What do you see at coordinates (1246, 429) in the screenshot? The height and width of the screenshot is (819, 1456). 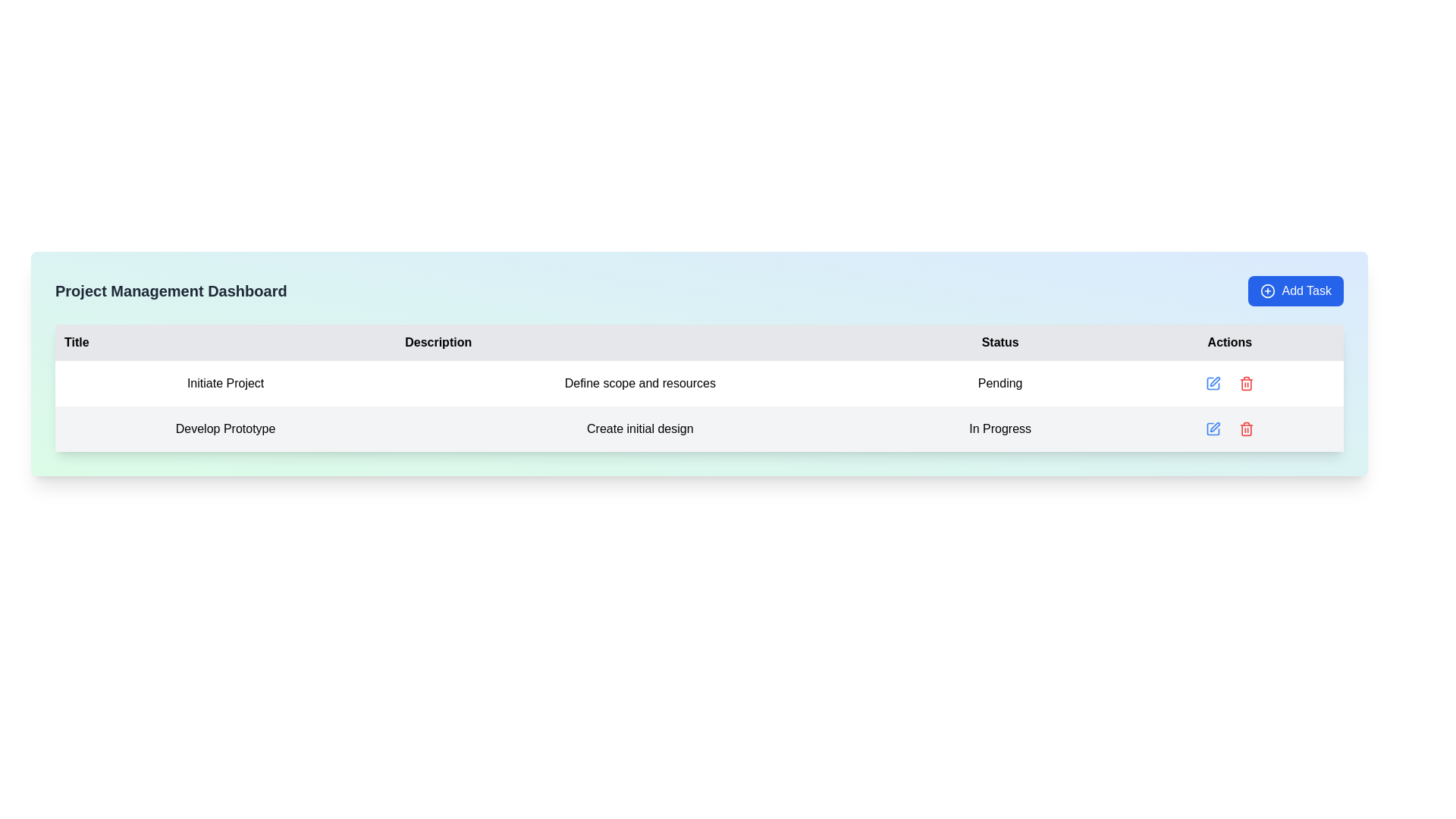 I see `the delete icon button located in the 'Actions' column of the second row in the table` at bounding box center [1246, 429].